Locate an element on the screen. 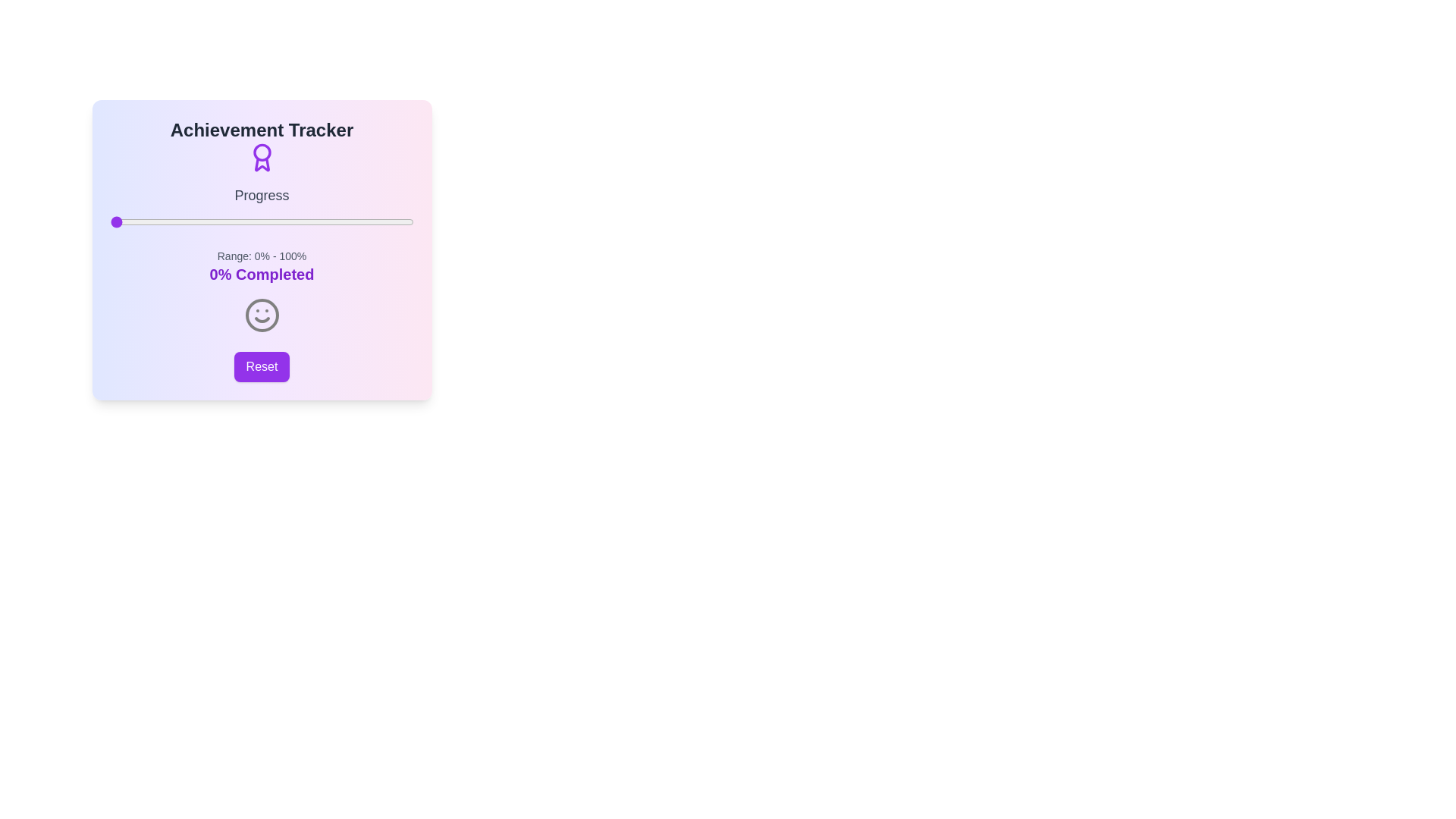  the progress slider to 24% is located at coordinates (182, 222).